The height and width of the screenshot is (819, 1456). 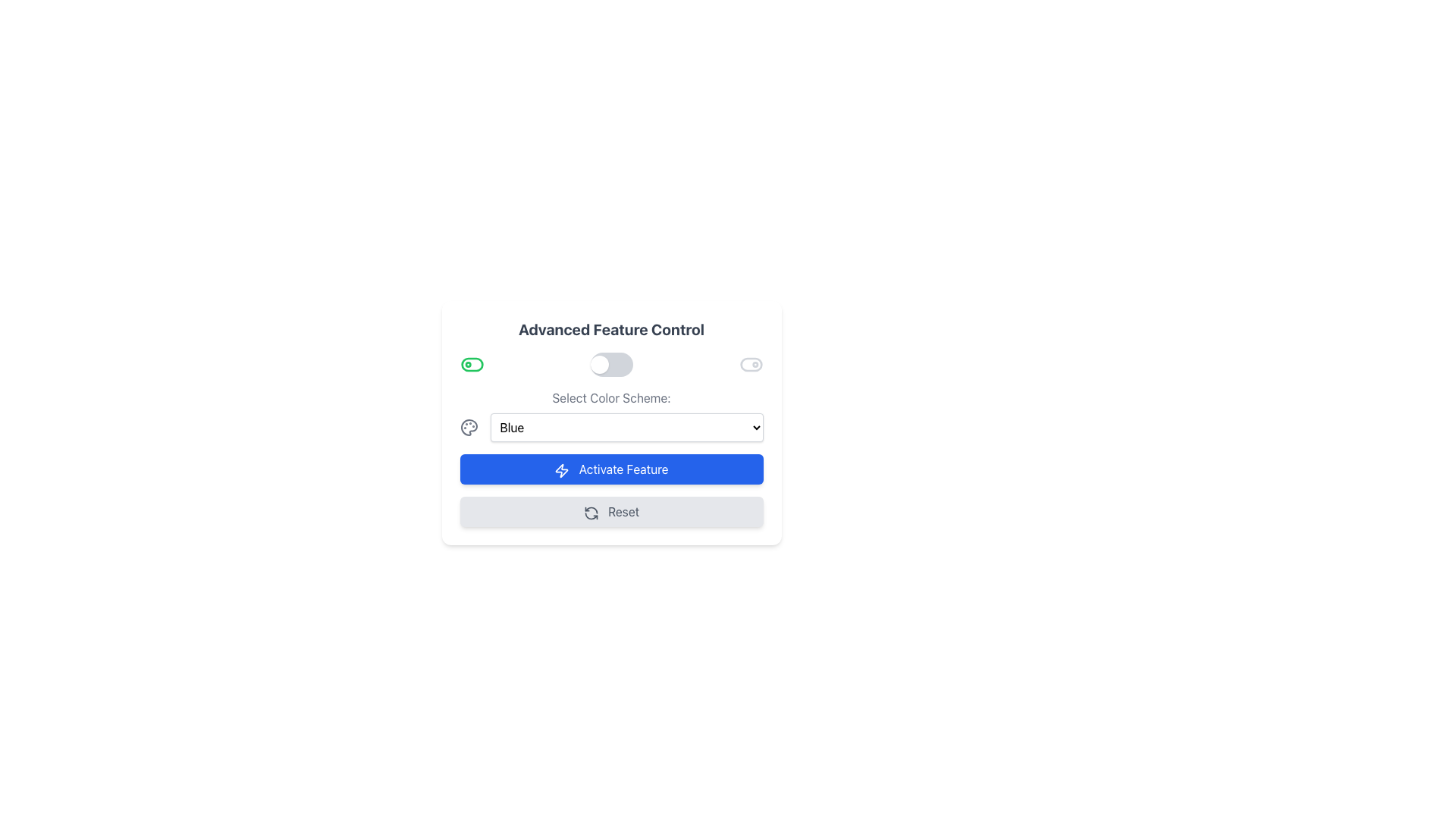 I want to click on the toggle switch icon styled in gray, located at the far right of the top section in the 'Advanced Feature Control' interface, so click(x=751, y=365).